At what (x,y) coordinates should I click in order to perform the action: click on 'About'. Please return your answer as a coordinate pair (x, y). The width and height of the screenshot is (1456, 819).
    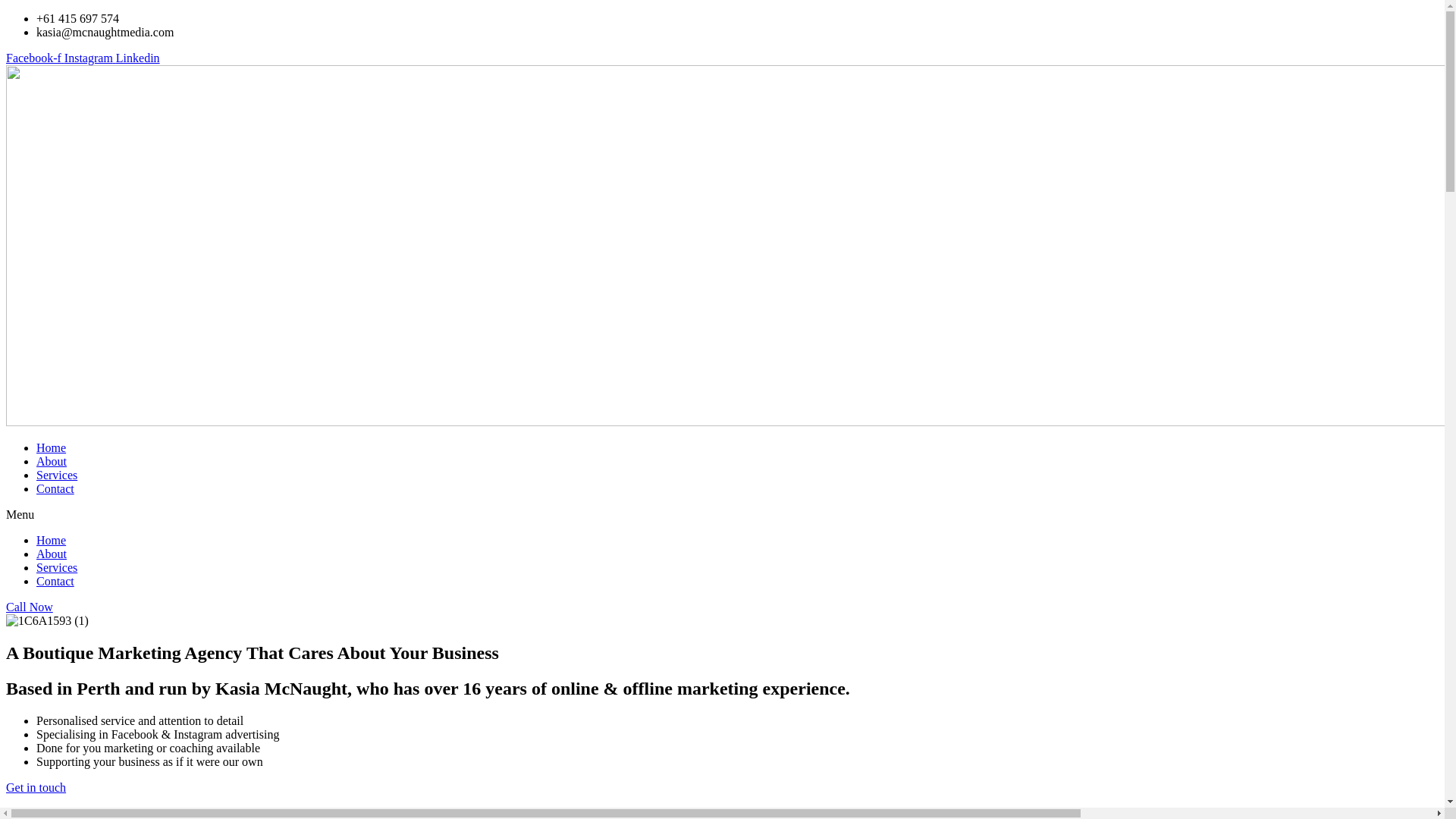
    Looking at the image, I should click on (51, 554).